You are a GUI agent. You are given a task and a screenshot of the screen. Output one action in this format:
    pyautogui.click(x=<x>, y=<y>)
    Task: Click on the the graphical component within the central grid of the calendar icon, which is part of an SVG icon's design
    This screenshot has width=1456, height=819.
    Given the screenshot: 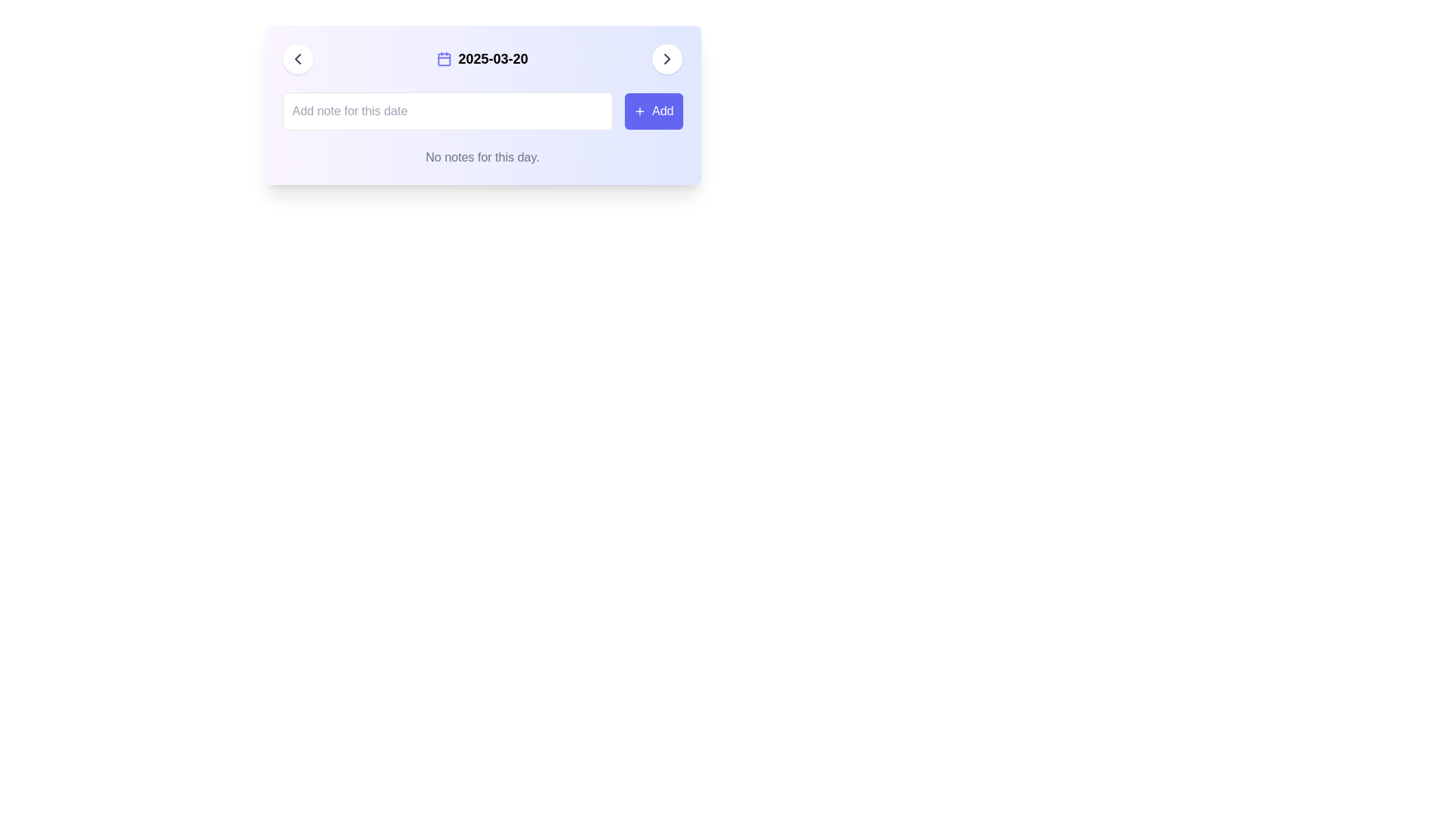 What is the action you would take?
    pyautogui.click(x=444, y=58)
    